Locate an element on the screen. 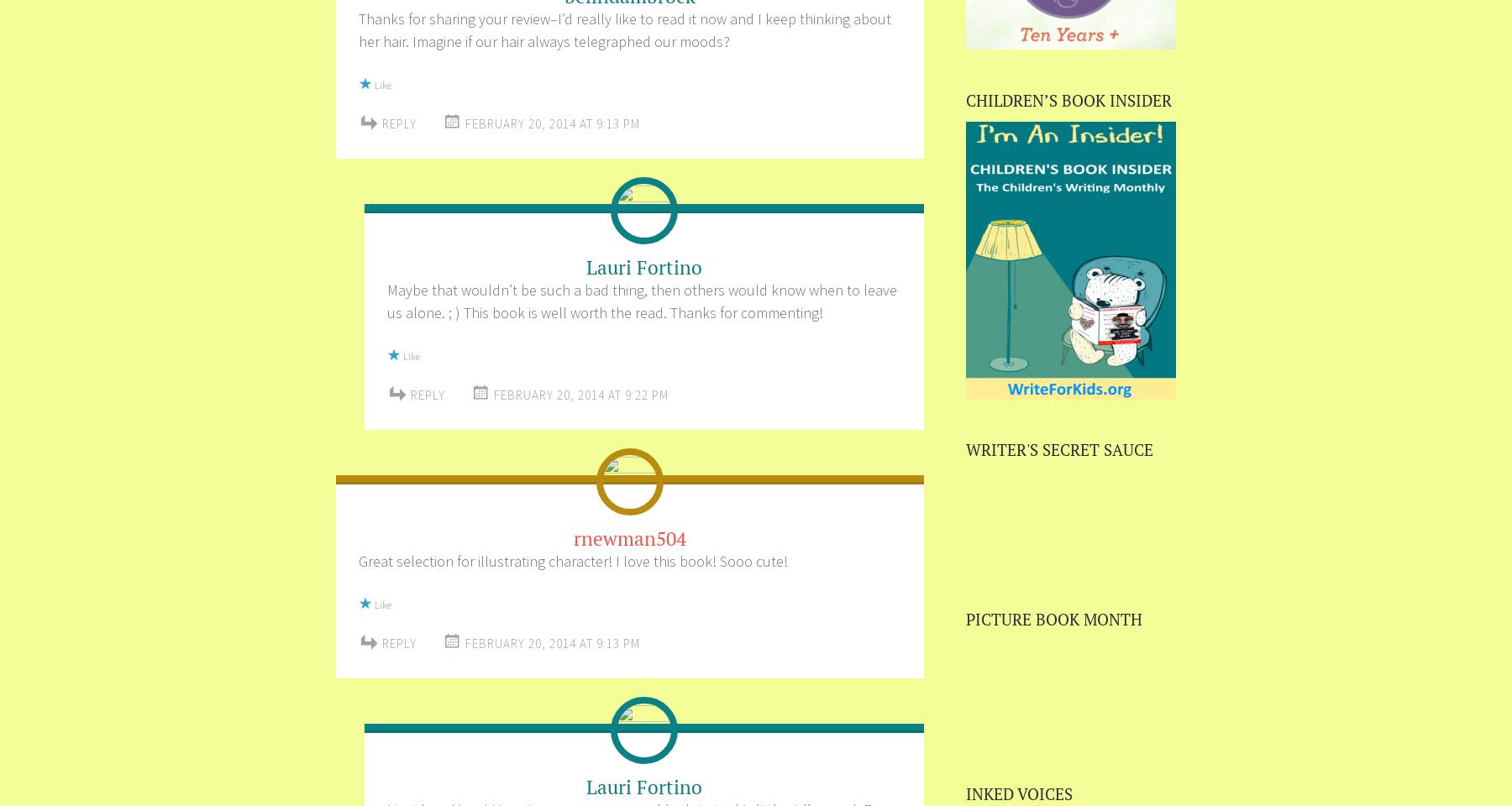 Image resolution: width=1512 pixels, height=806 pixels. 'PICTURE BOOK MONTH' is located at coordinates (1053, 617).